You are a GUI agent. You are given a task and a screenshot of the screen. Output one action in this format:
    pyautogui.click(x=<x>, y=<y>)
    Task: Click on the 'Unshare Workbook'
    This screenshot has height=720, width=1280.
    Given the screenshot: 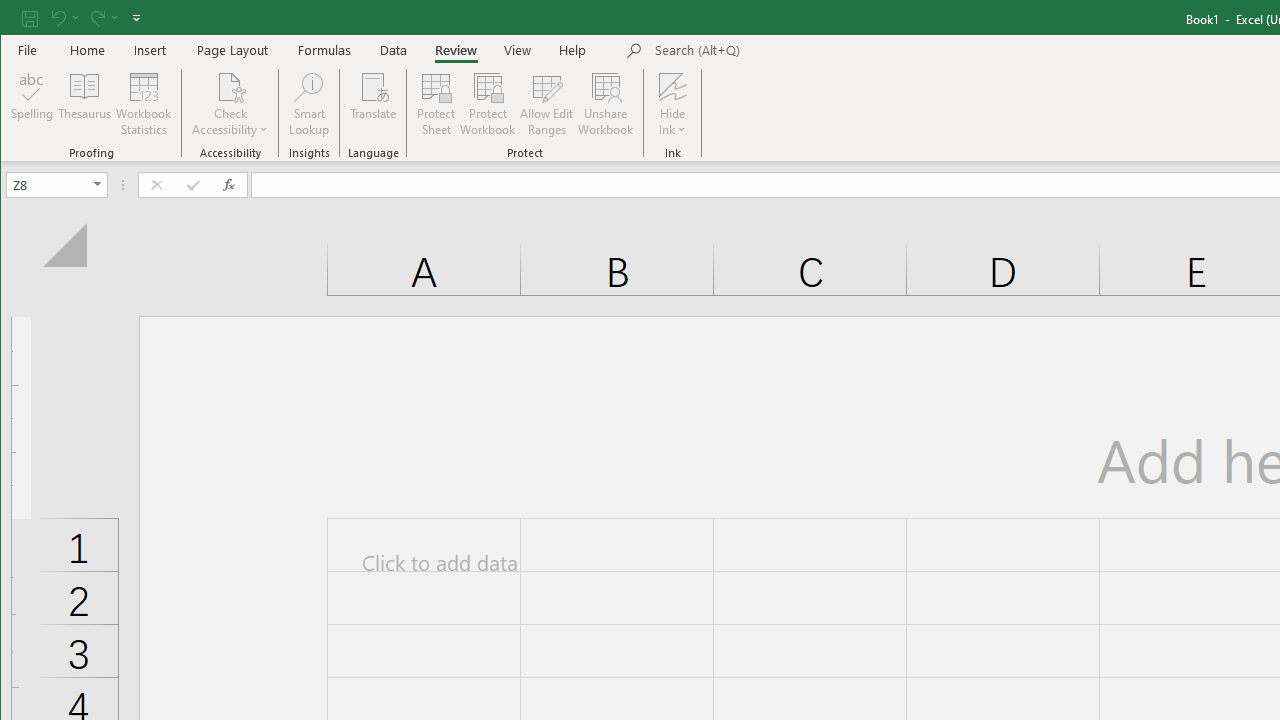 What is the action you would take?
    pyautogui.click(x=605, y=104)
    